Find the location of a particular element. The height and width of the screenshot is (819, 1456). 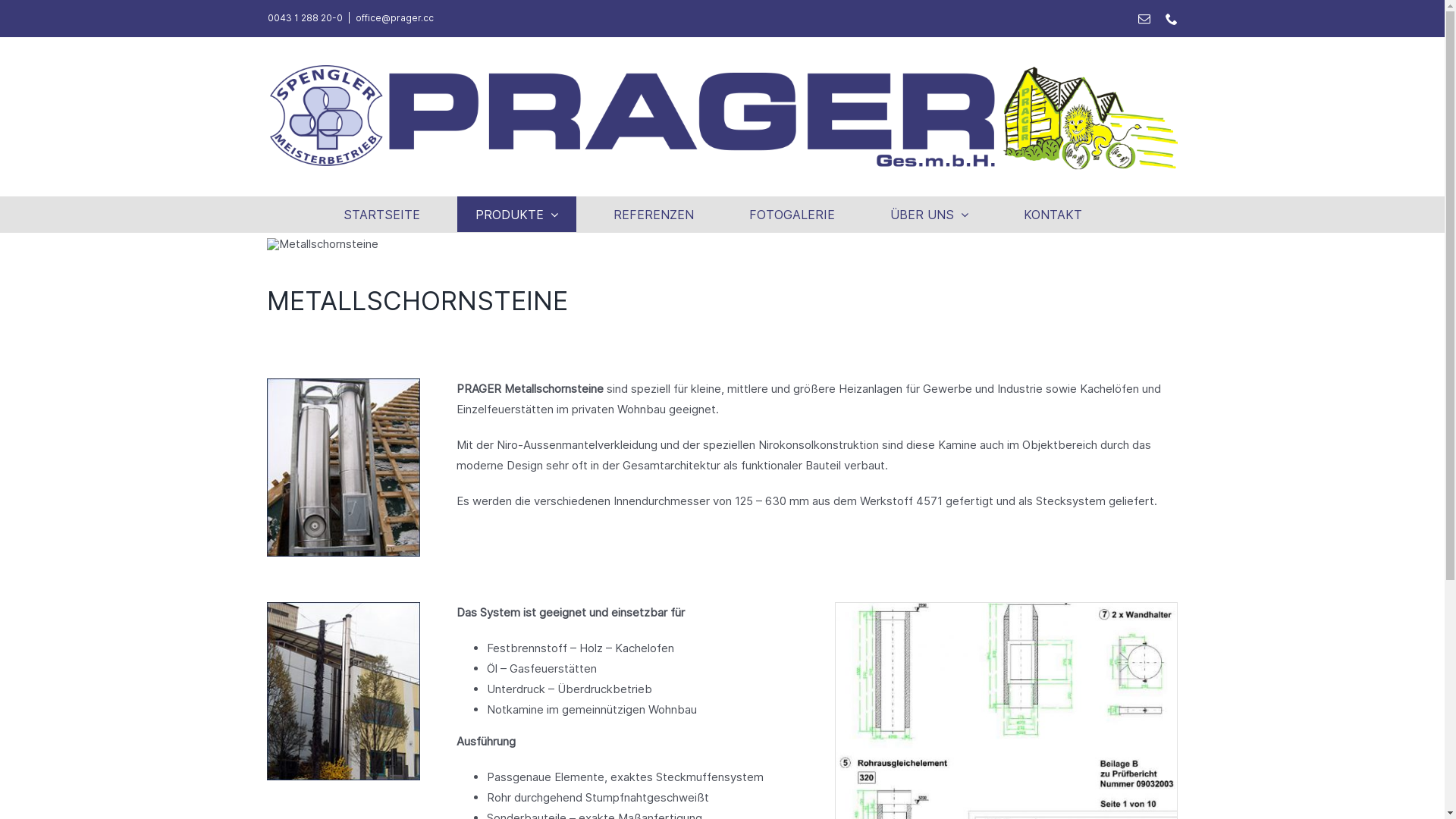

'METALLSCHORNSTEINE' is located at coordinates (342, 466).